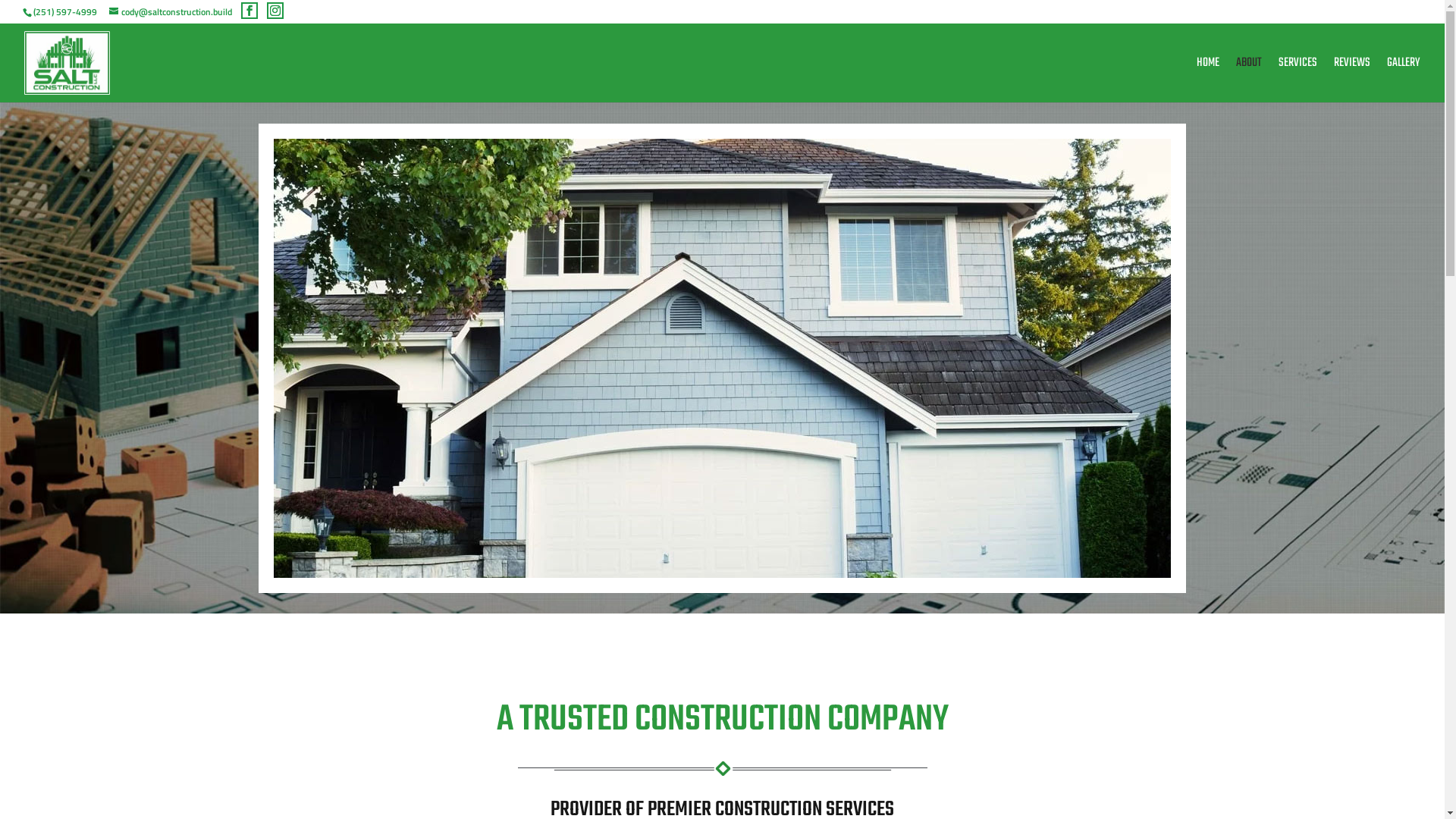 The image size is (1456, 819). What do you see at coordinates (1207, 80) in the screenshot?
I see `'HOME'` at bounding box center [1207, 80].